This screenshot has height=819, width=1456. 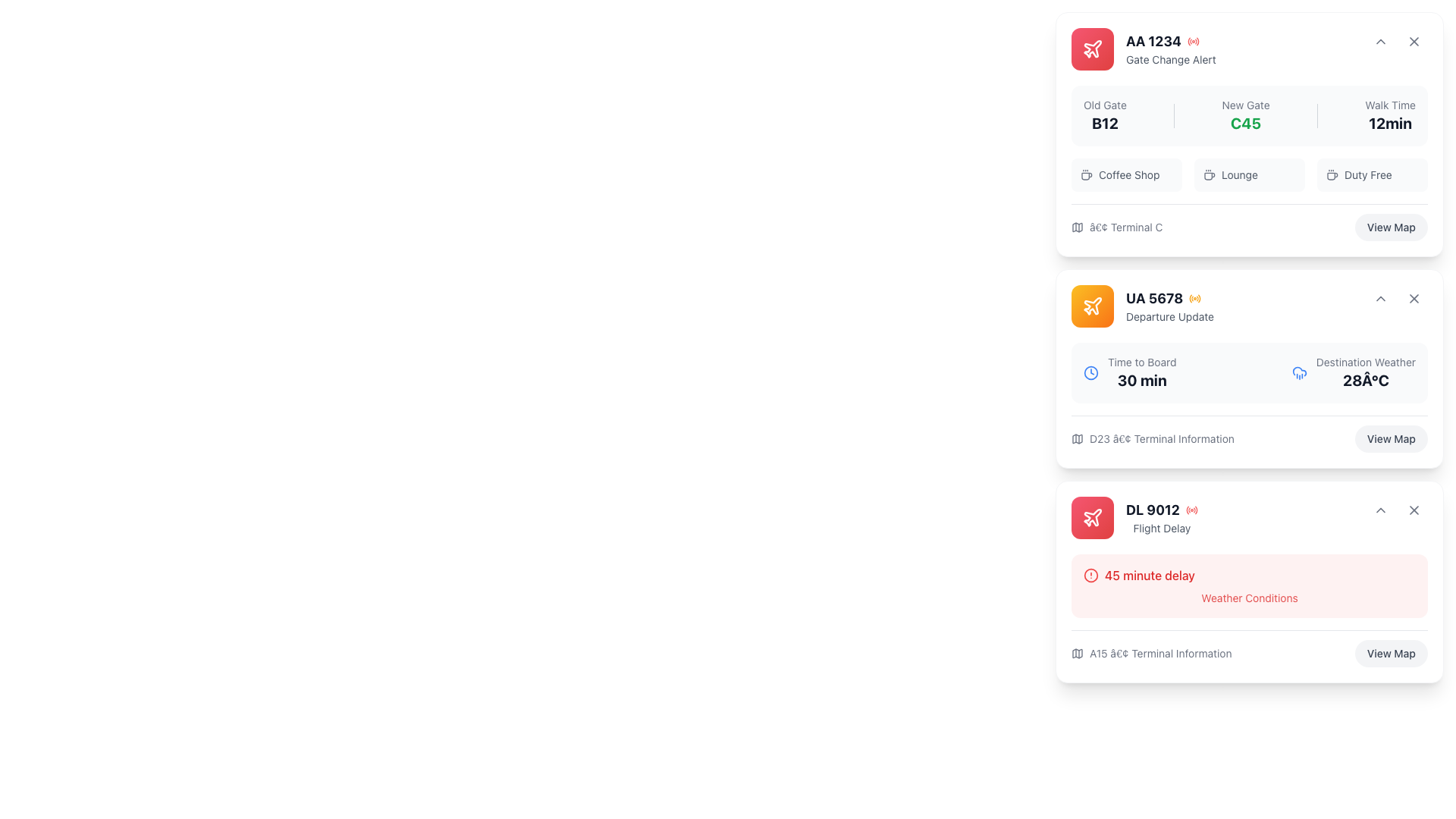 What do you see at coordinates (1239, 174) in the screenshot?
I see `the amenity option text indicating the availability of a lounge, located centrally in the top-most card of the right column, between the coffee cup icon and the 'Duty Free' item` at bounding box center [1239, 174].